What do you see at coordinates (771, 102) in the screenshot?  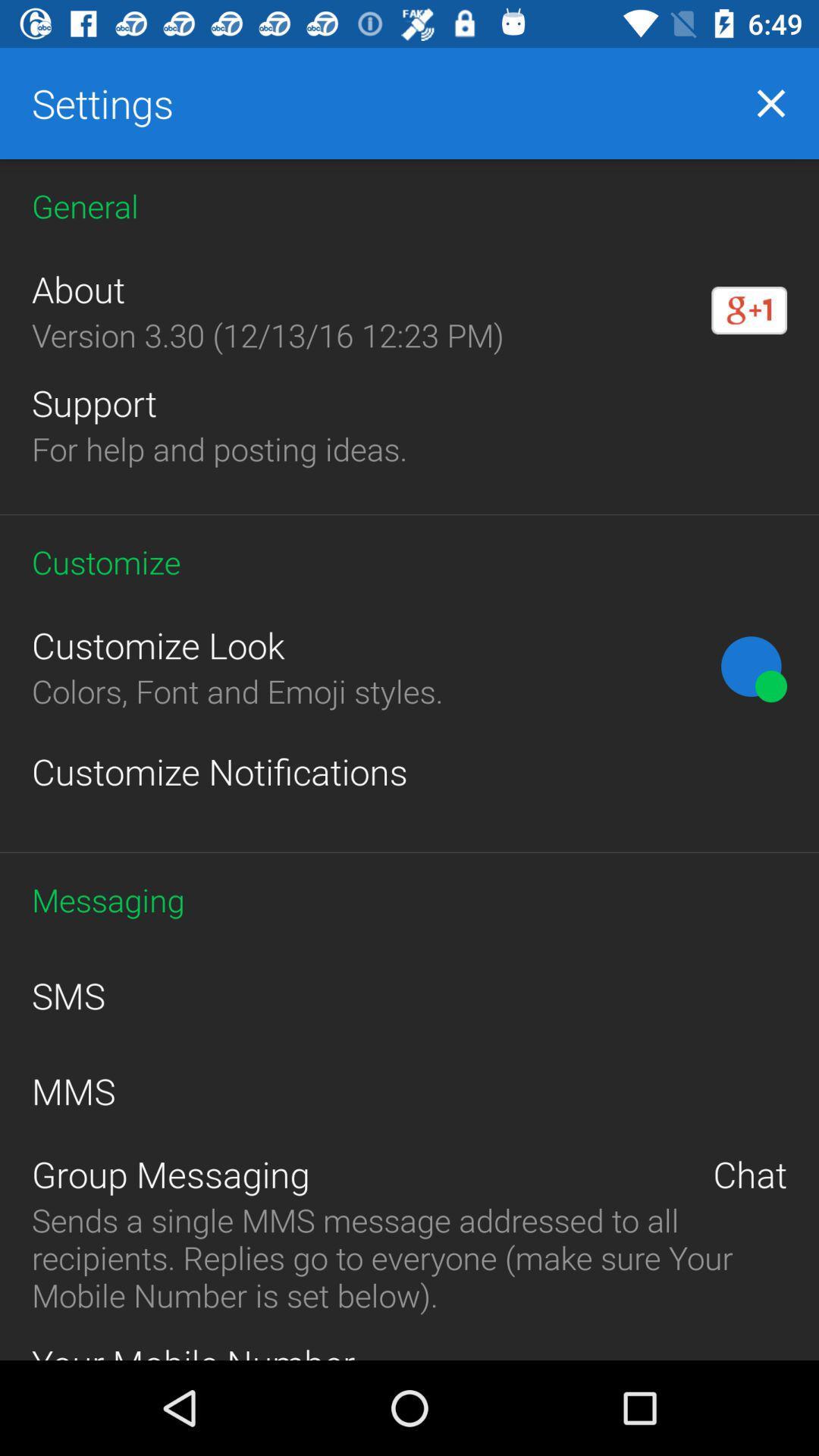 I see `the close icon` at bounding box center [771, 102].